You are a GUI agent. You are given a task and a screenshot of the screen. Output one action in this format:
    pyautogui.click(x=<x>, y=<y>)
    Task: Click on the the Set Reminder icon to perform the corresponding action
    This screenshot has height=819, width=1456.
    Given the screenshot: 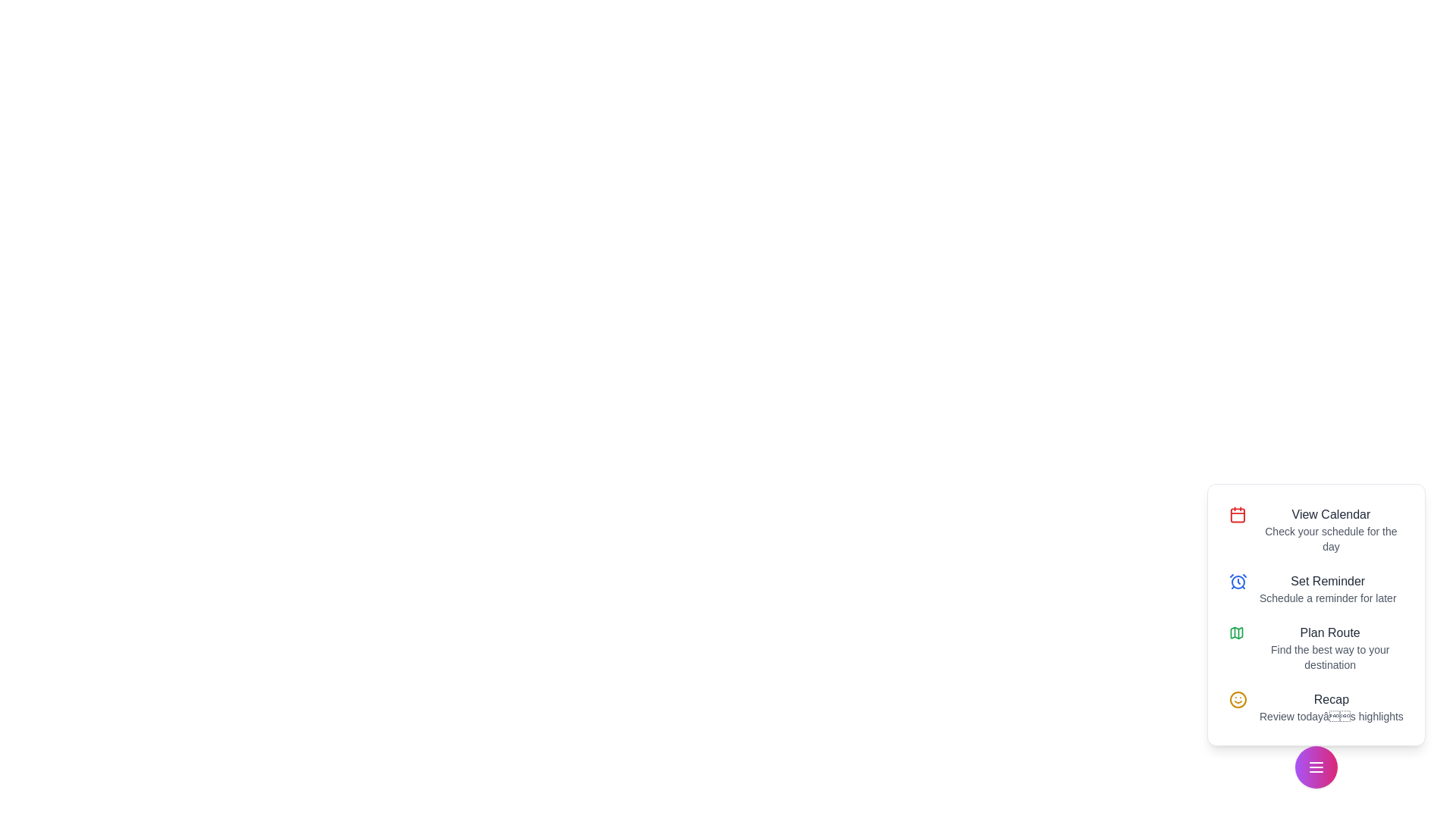 What is the action you would take?
    pyautogui.click(x=1238, y=581)
    